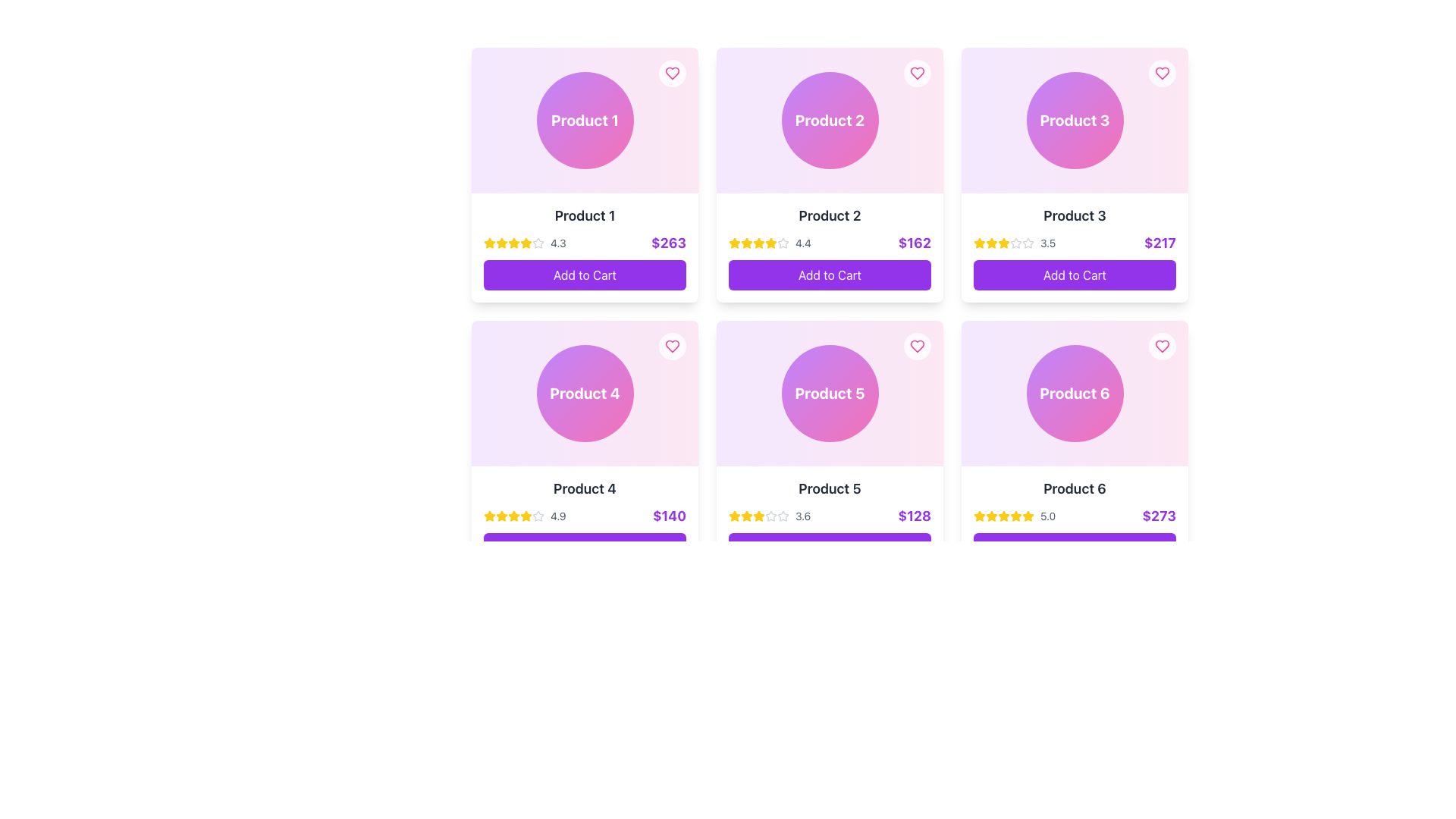  I want to click on the Decorative Icon, which is a star icon located within the 'Product 4' card in the second row, first column of the grid layout, visually conveying the rating's value before the numeric value '4.9', so click(538, 515).